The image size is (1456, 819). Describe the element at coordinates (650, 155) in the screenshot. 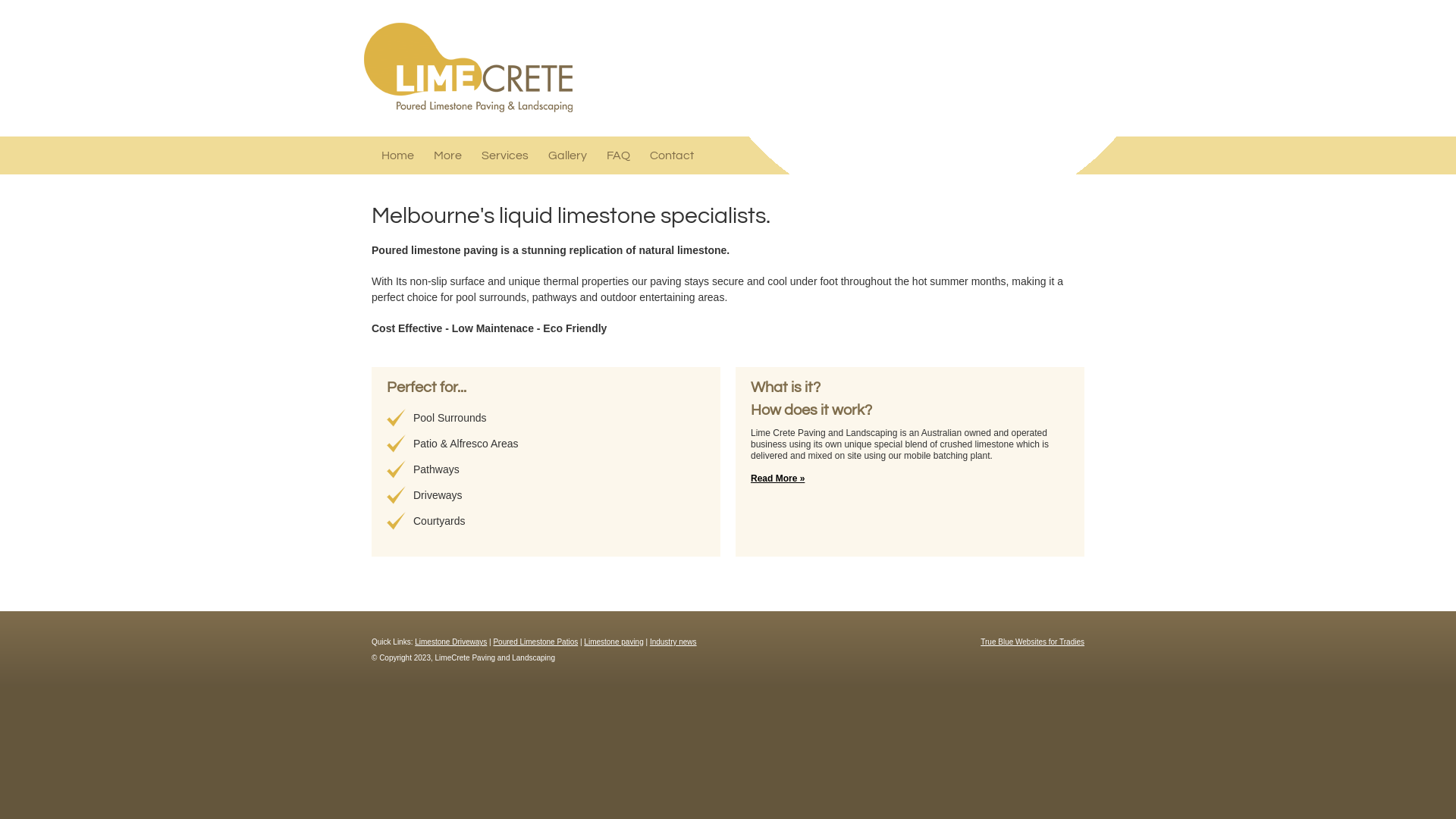

I see `'Contact'` at that location.